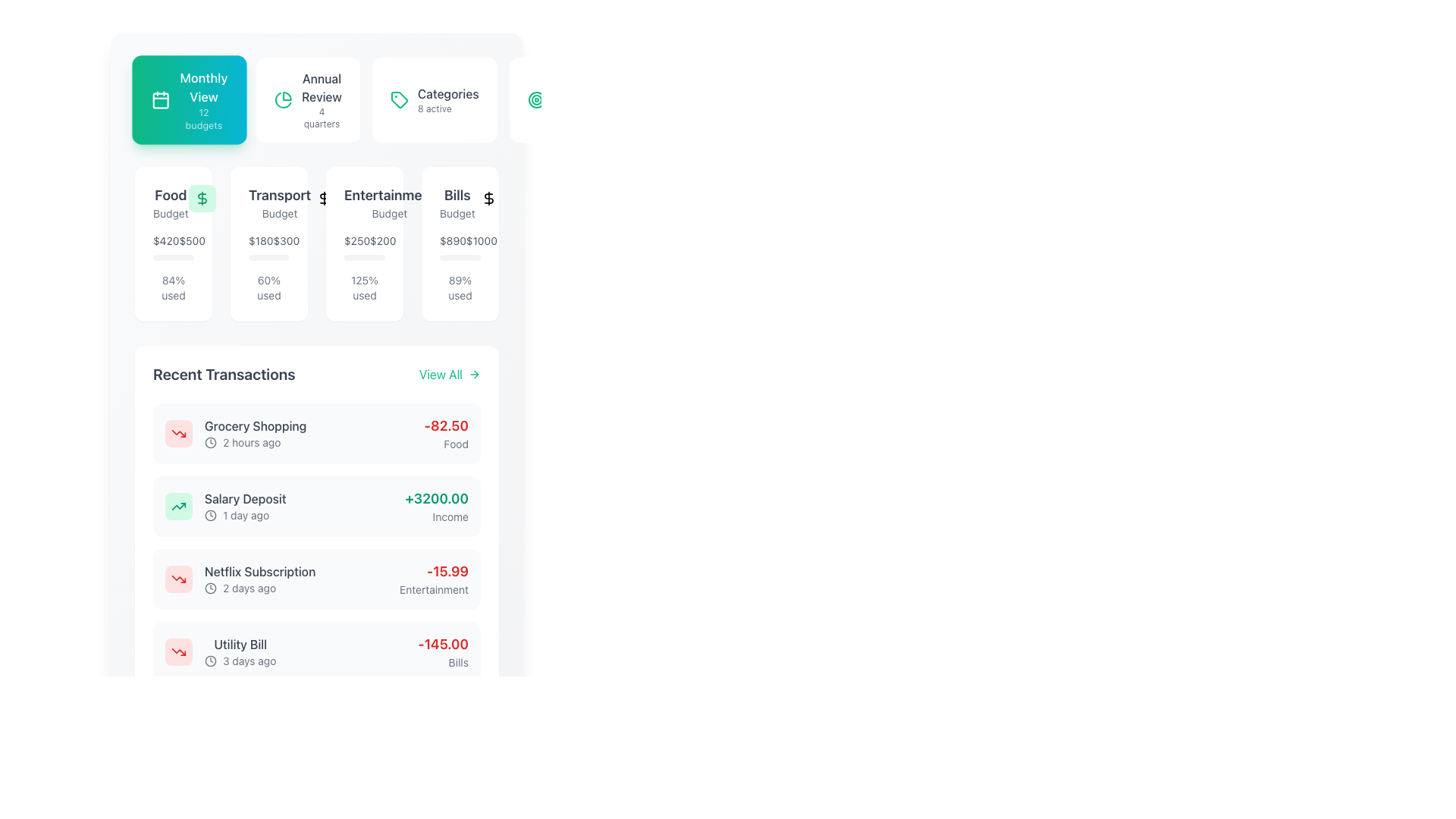 This screenshot has width=1456, height=819. Describe the element at coordinates (315, 542) in the screenshot. I see `the recent transaction cards in the transaction list` at that location.